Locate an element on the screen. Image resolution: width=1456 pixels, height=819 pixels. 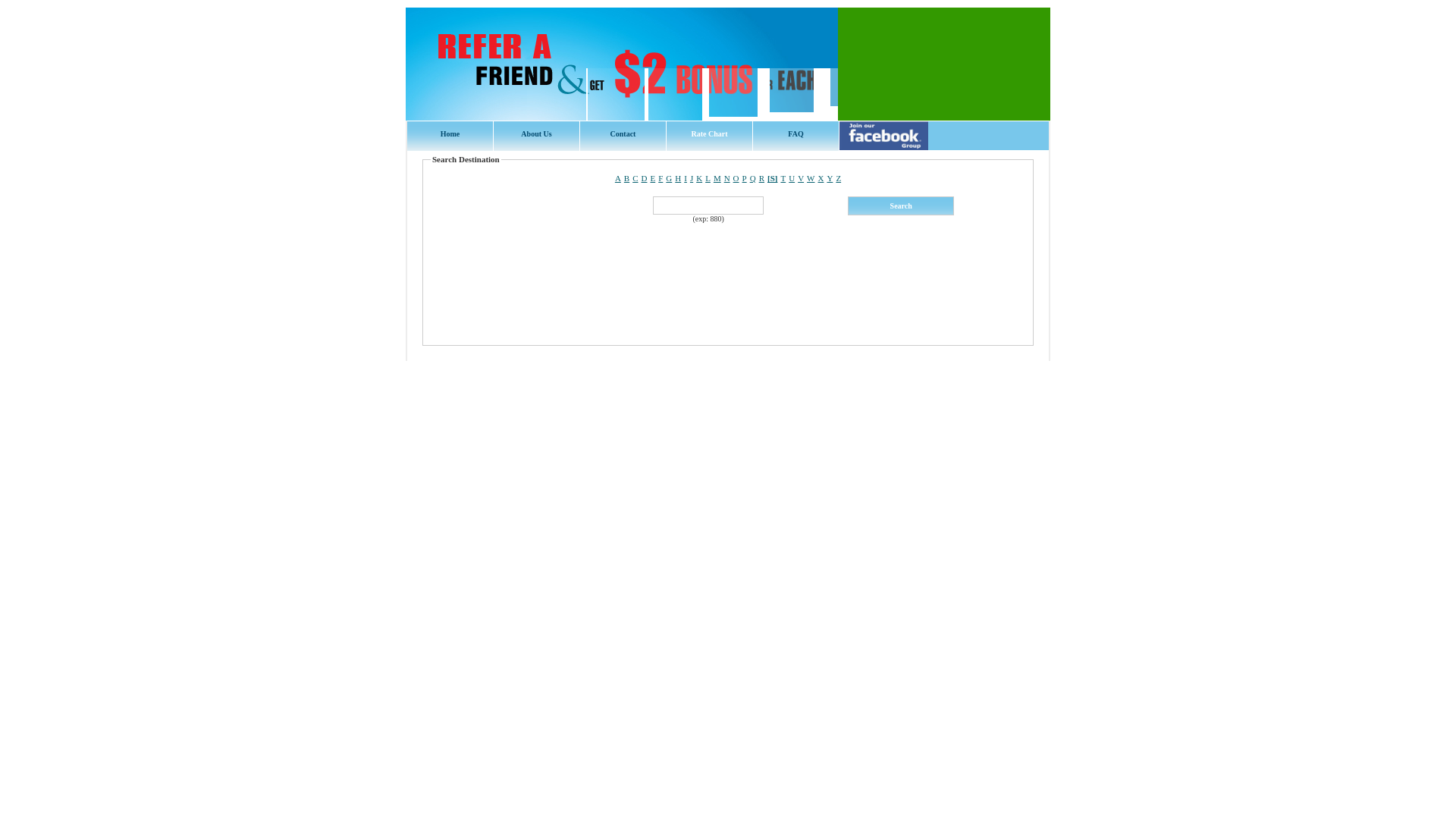
'I' is located at coordinates (684, 177).